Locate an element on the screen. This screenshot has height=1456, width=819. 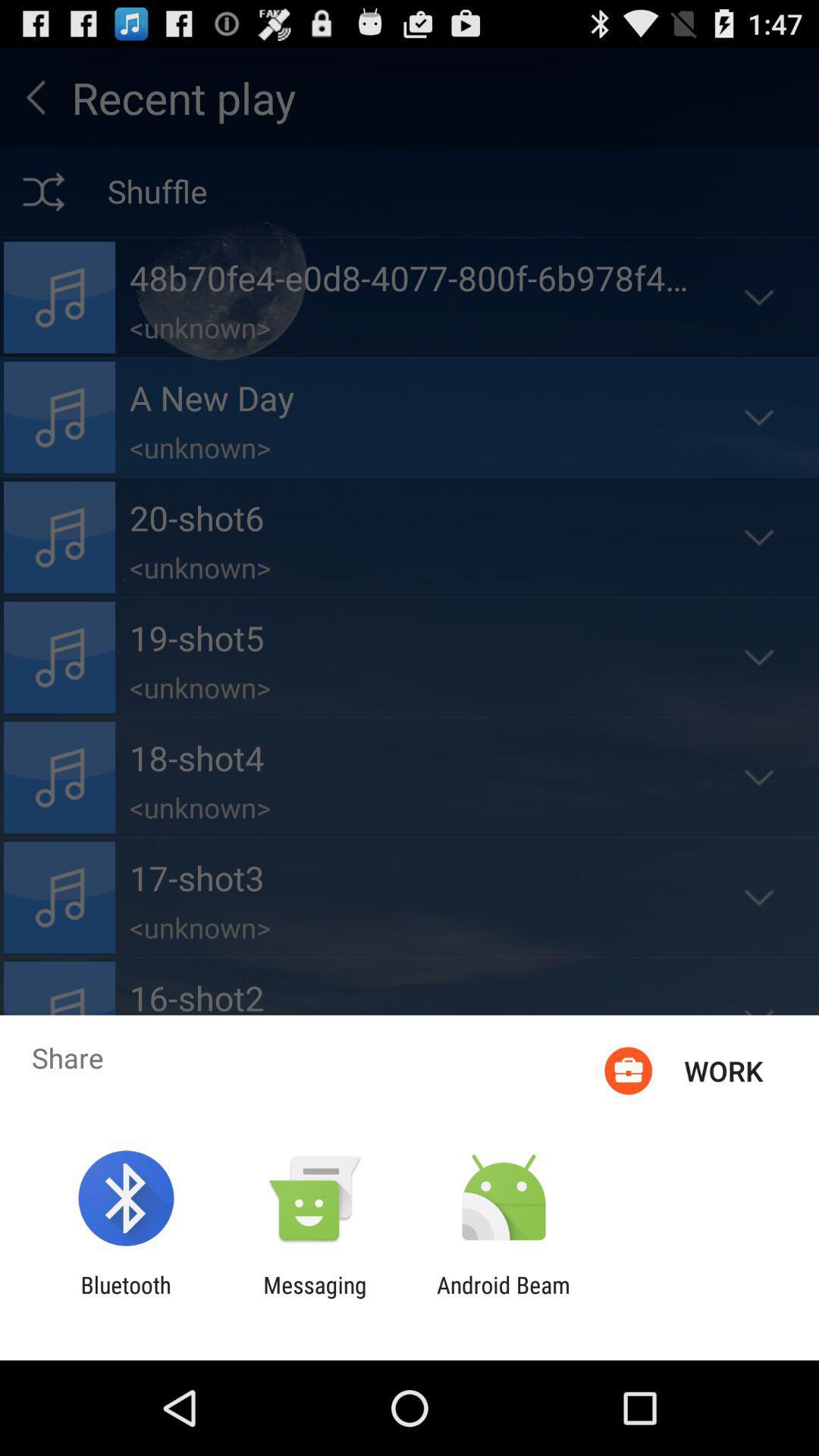
icon to the left of the messaging item is located at coordinates (125, 1298).